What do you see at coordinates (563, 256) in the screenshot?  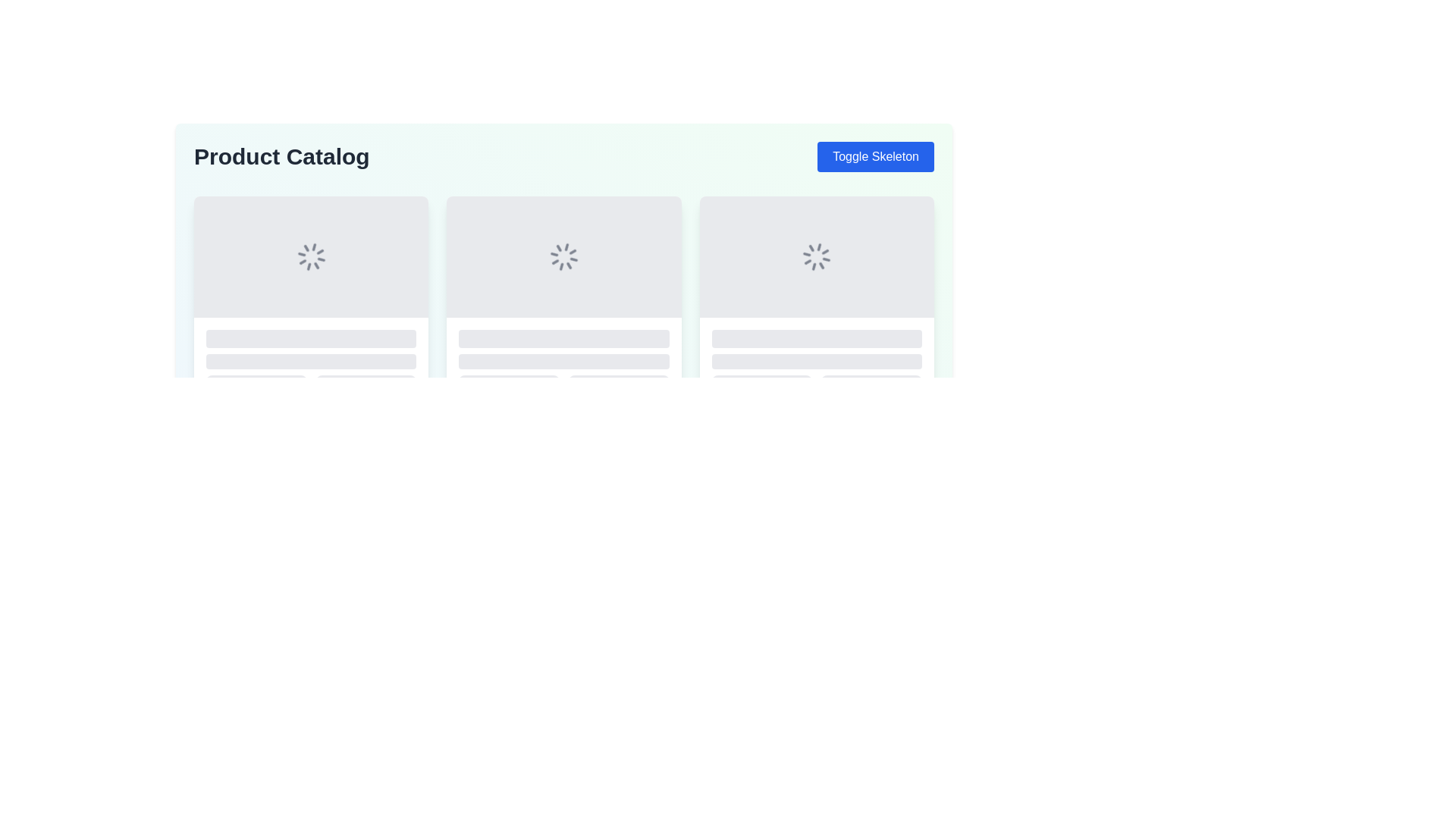 I see `the spinner loading indicator in the center of the middle card` at bounding box center [563, 256].